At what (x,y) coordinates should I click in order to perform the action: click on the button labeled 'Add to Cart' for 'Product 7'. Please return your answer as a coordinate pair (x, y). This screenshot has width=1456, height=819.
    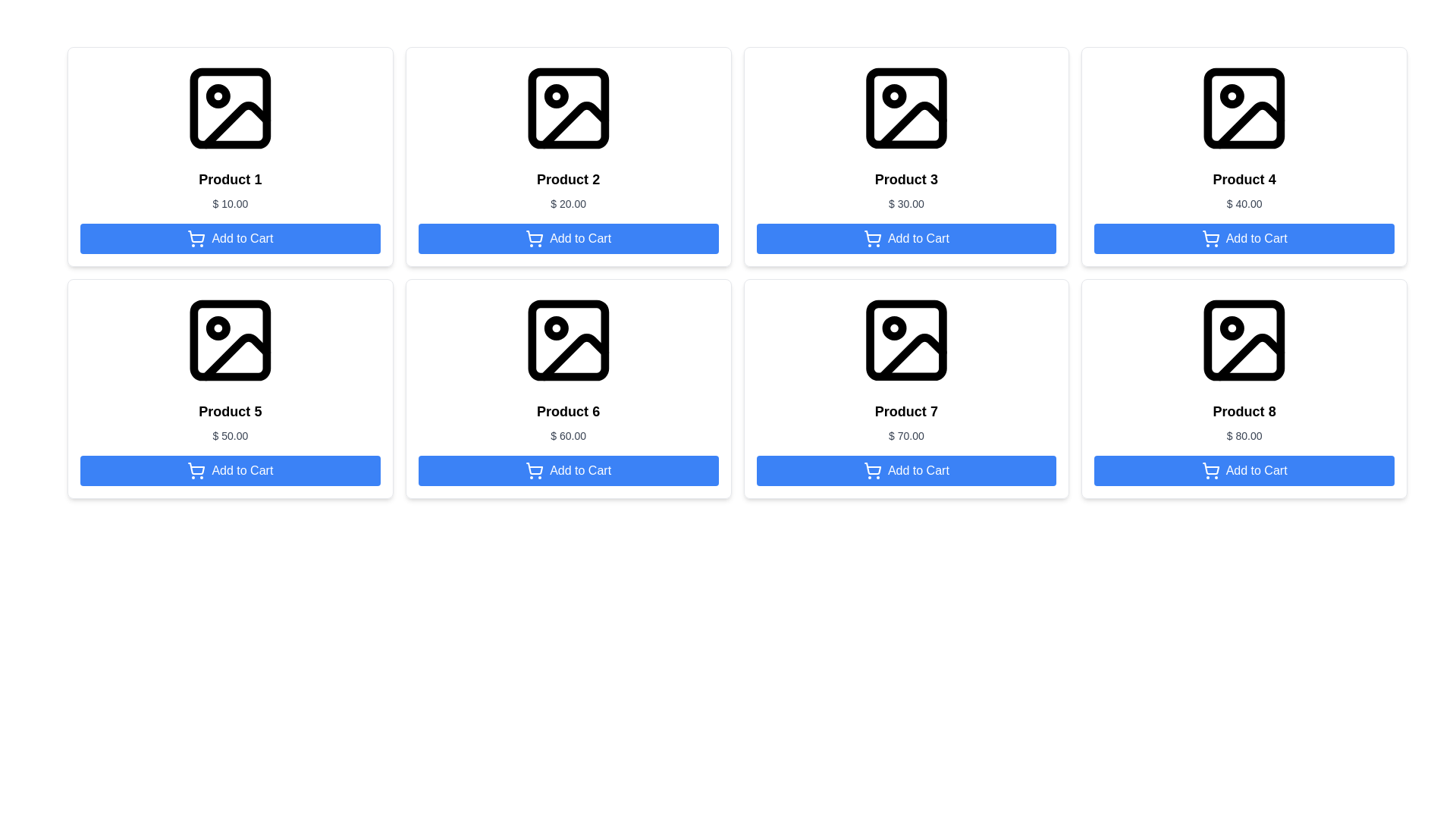
    Looking at the image, I should click on (906, 470).